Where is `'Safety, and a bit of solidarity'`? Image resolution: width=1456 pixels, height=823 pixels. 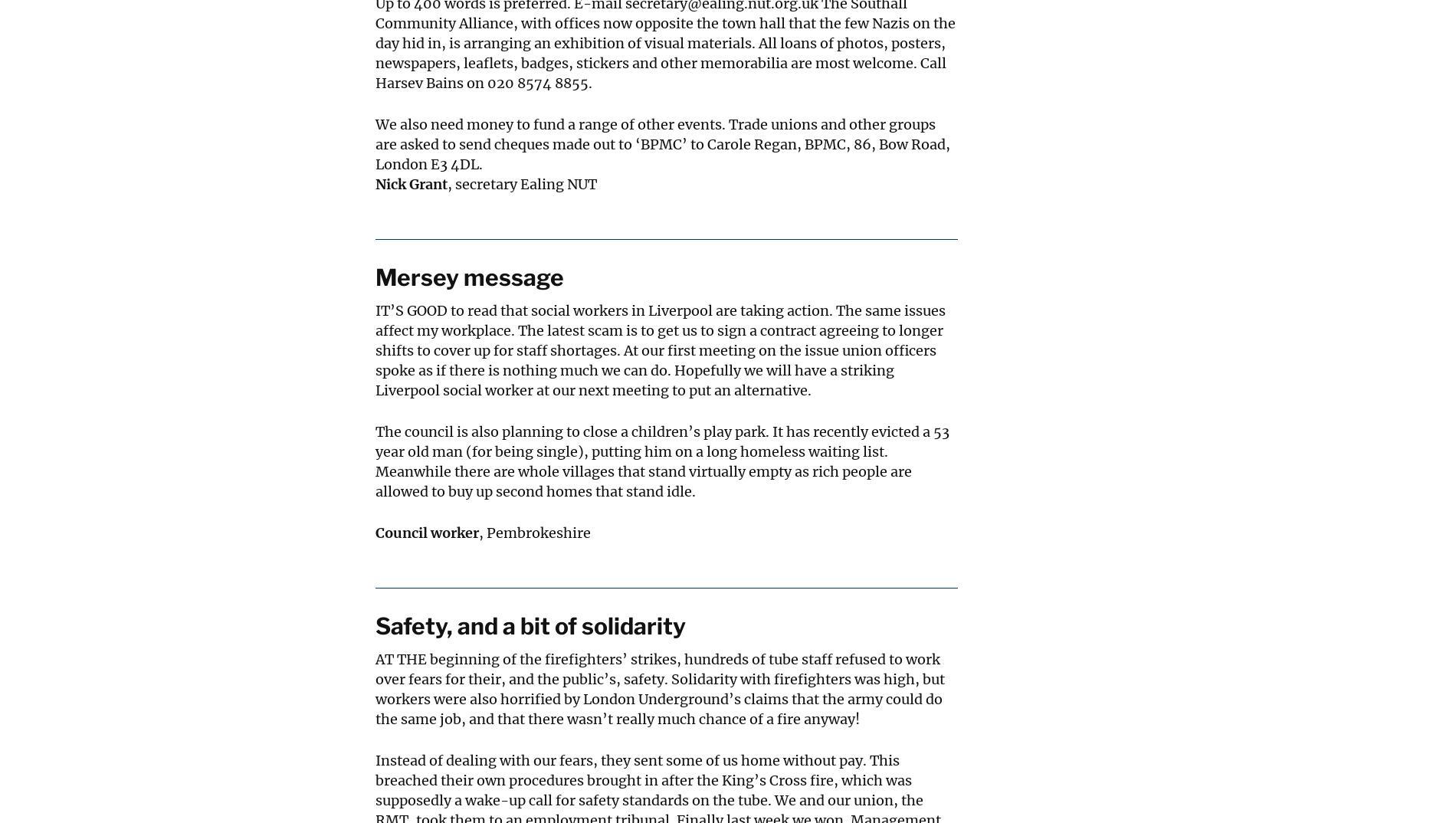
'Safety, and a bit of solidarity' is located at coordinates (375, 625).